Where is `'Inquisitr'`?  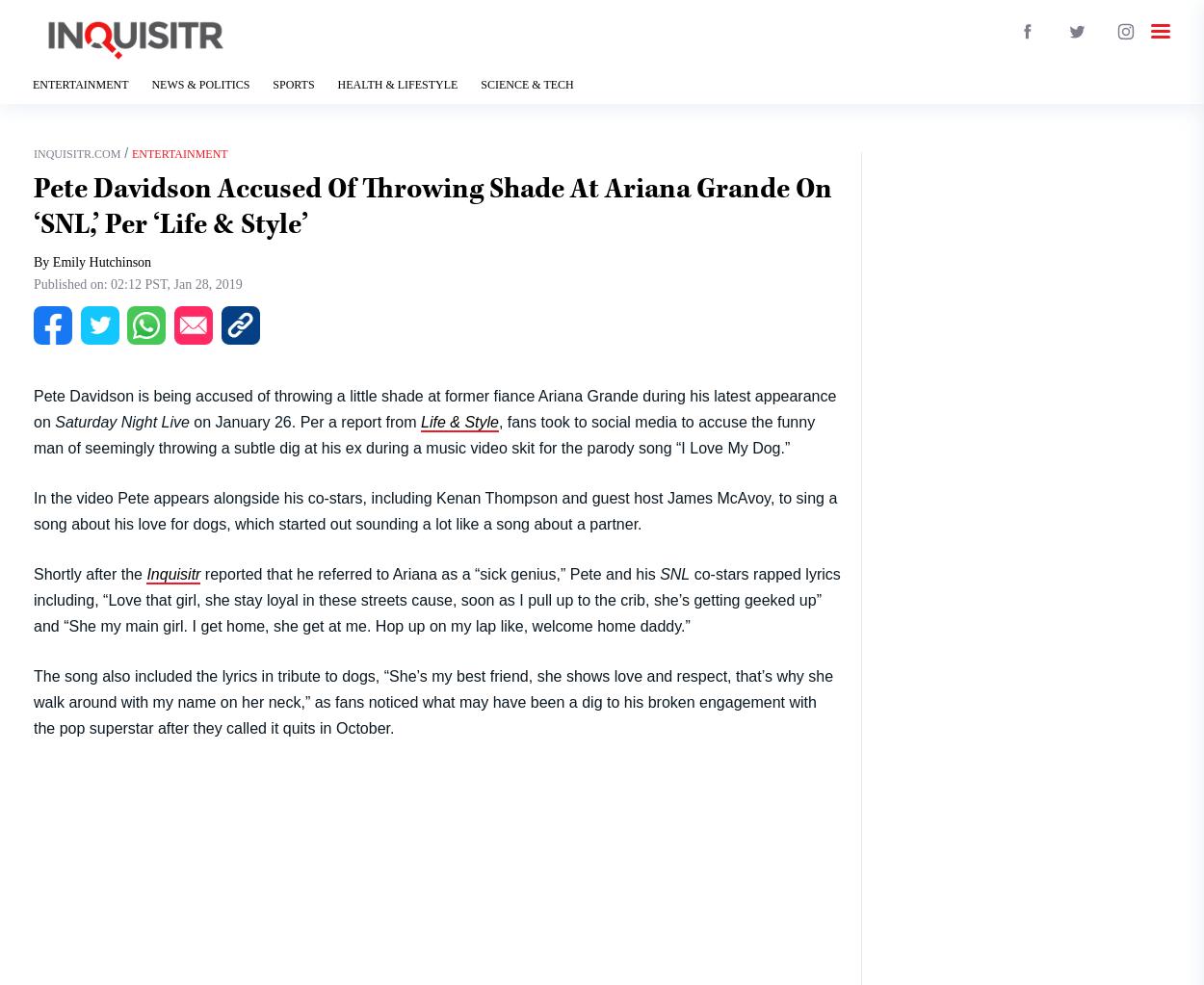
'Inquisitr' is located at coordinates (173, 572).